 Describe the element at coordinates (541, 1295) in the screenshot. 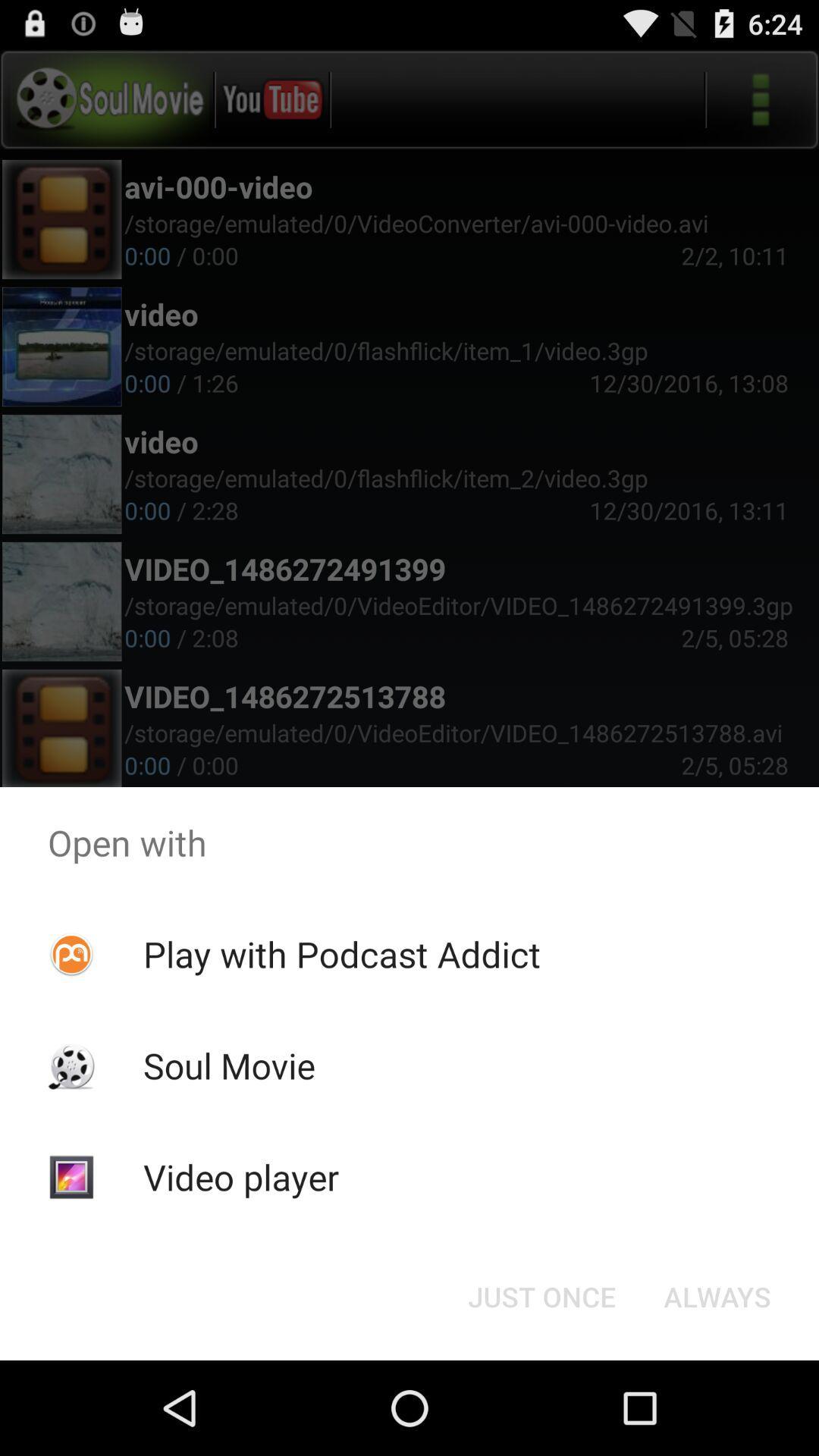

I see `just once at the bottom` at that location.